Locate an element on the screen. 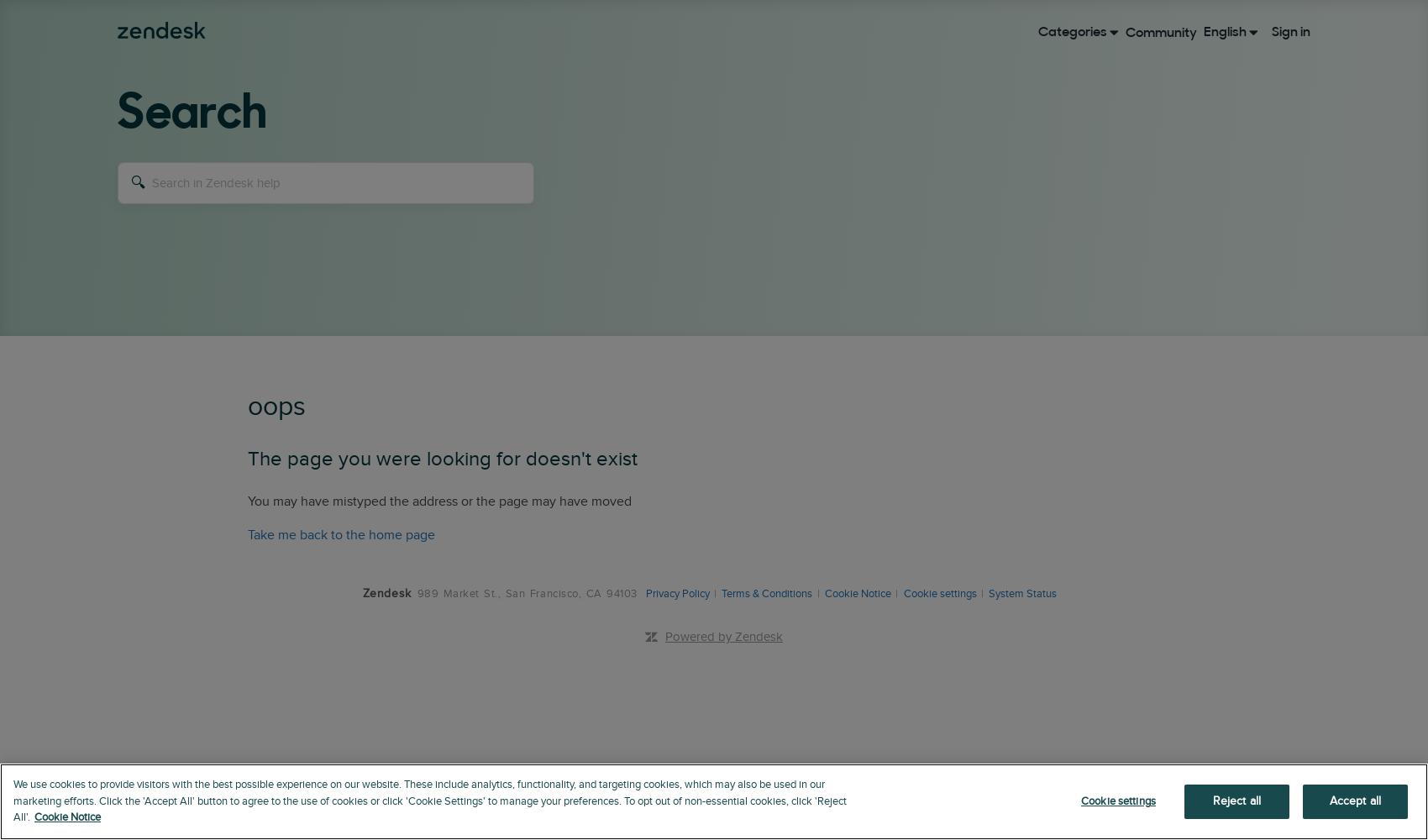 The image size is (1428, 840). 'Privacy Policy' is located at coordinates (644, 593).